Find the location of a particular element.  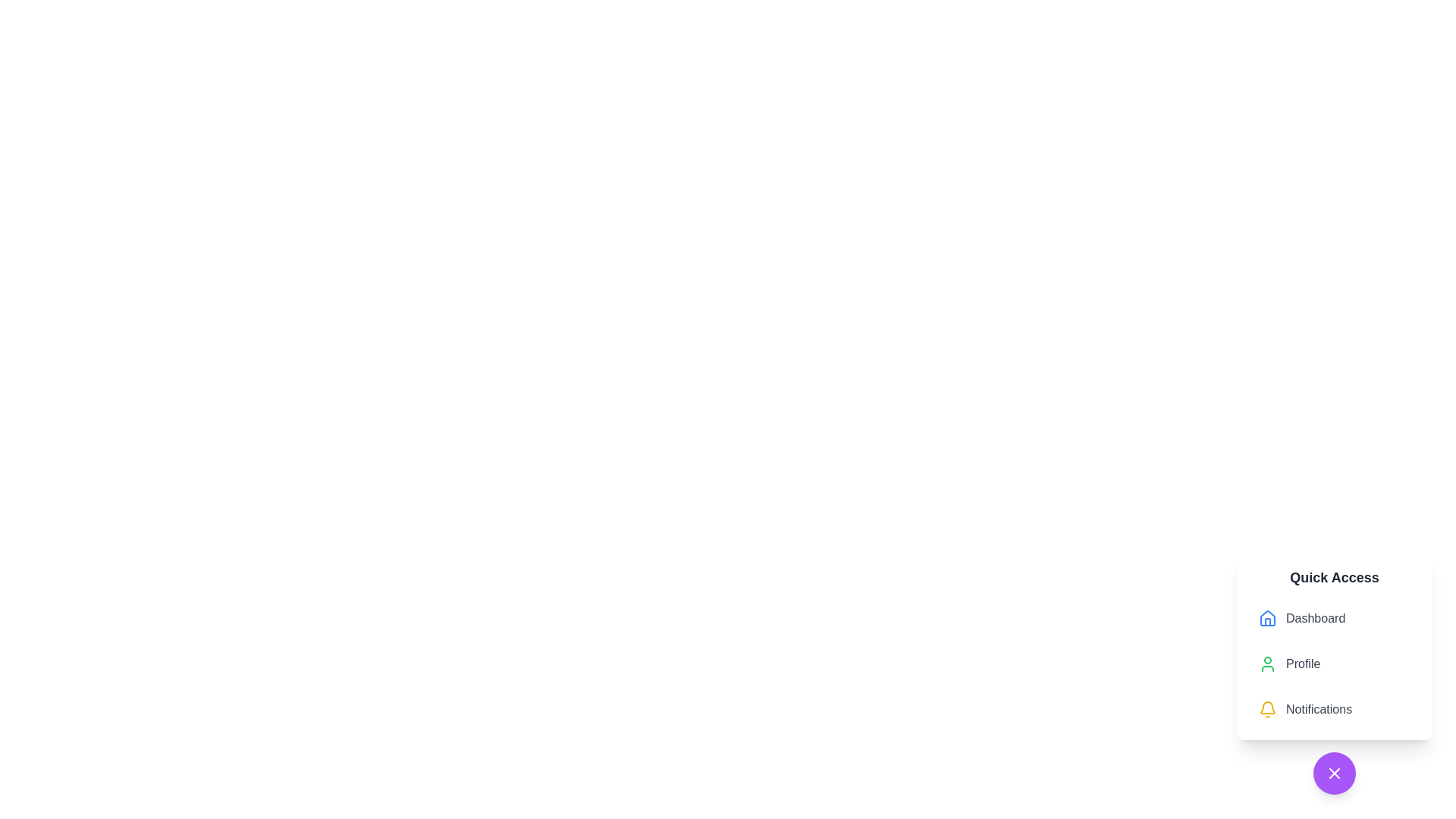

the static text label displaying 'Notifications', which is part of a vertical list of menu items under 'Quick Access' is located at coordinates (1318, 710).